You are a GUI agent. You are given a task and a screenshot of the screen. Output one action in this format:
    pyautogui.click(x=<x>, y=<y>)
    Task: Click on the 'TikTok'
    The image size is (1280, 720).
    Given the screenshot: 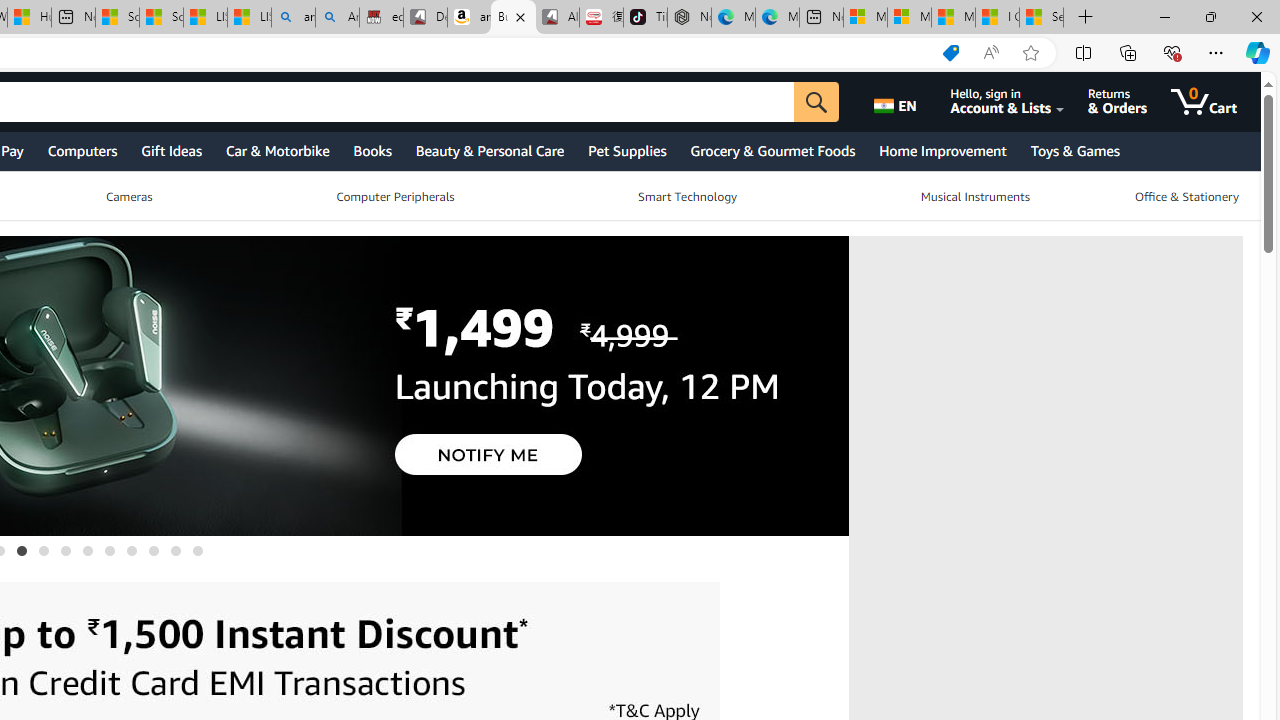 What is the action you would take?
    pyautogui.click(x=645, y=17)
    